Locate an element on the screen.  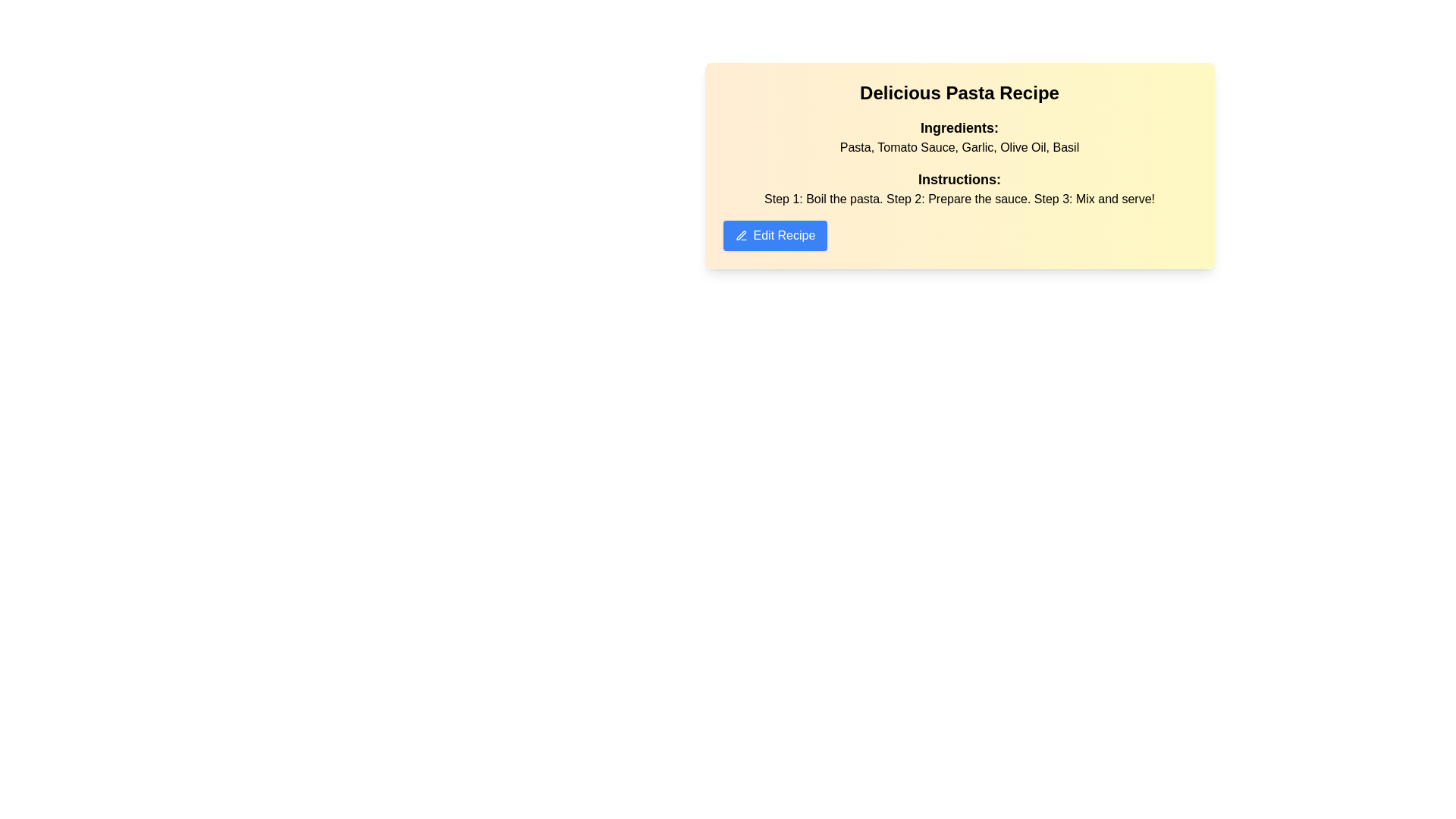
the header text element that indicates the name of the recipe, located at the top of its section is located at coordinates (959, 93).